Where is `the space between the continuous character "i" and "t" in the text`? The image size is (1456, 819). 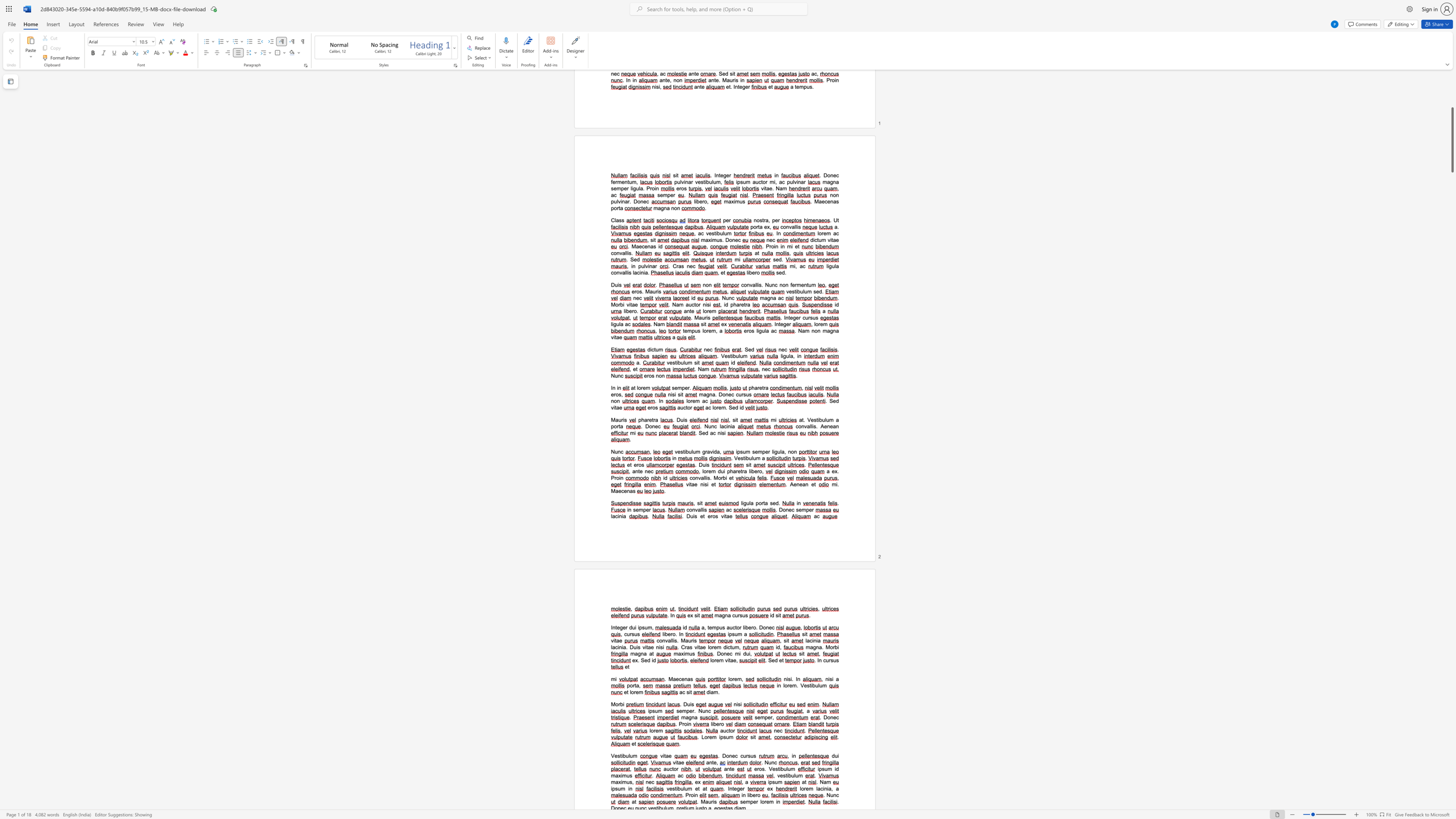 the space between the continuous character "i" and "t" in the text is located at coordinates (729, 660).